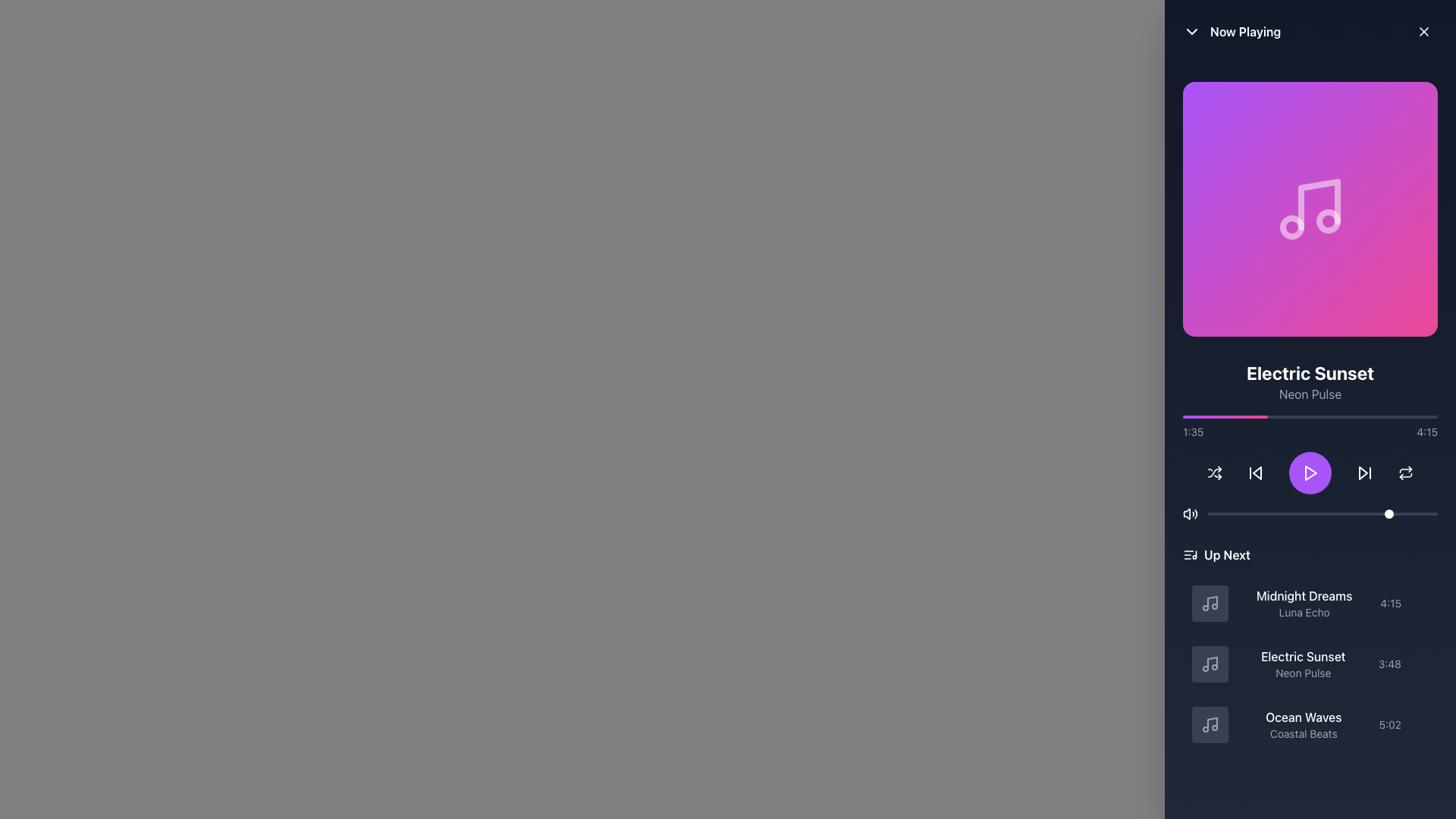  What do you see at coordinates (1392, 417) in the screenshot?
I see `playback position` at bounding box center [1392, 417].